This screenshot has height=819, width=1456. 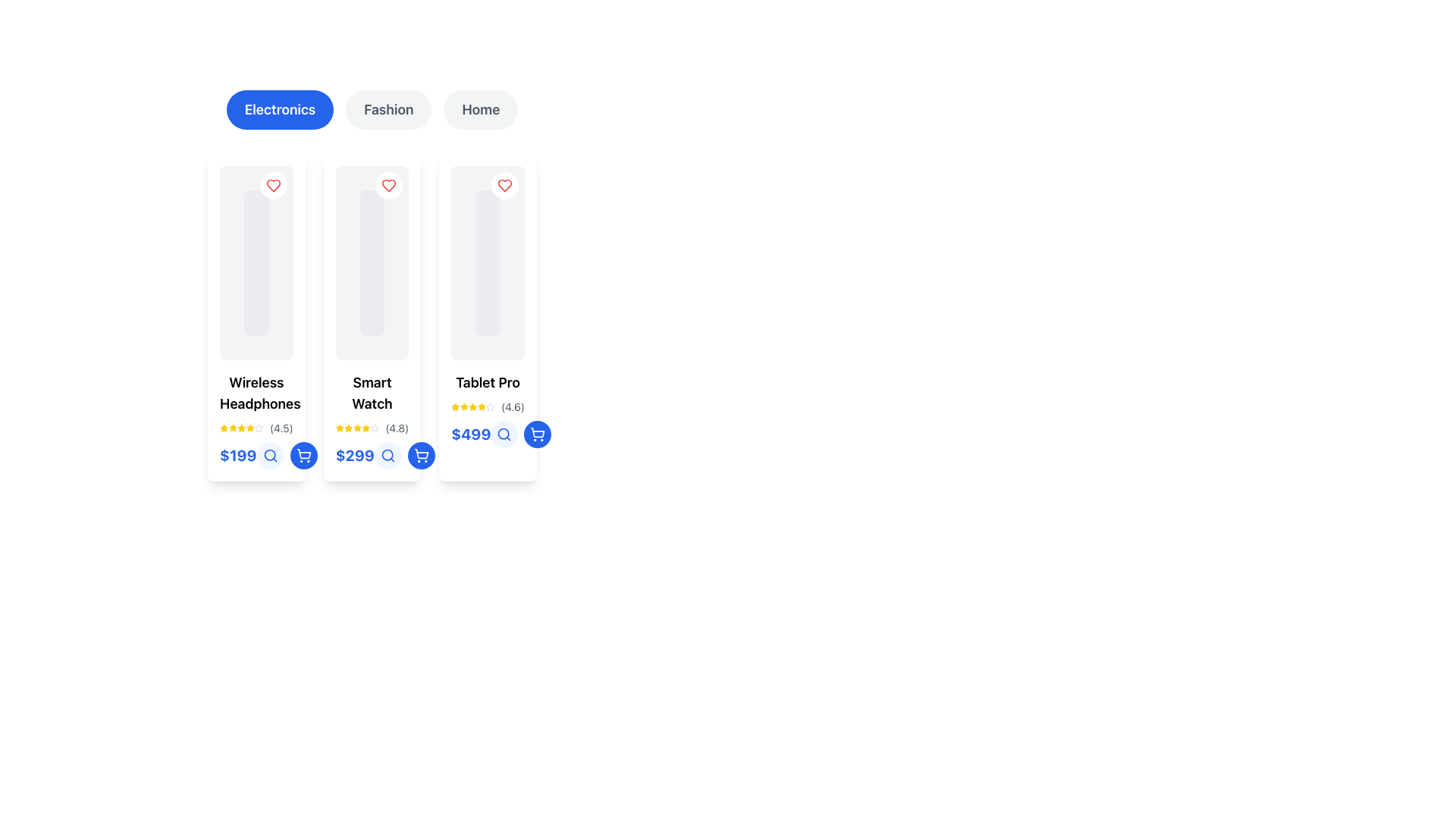 I want to click on the fifth star icon in the rating component for the 'Wireless Headphones' product, which visually represents part of the product's rating, so click(x=250, y=428).